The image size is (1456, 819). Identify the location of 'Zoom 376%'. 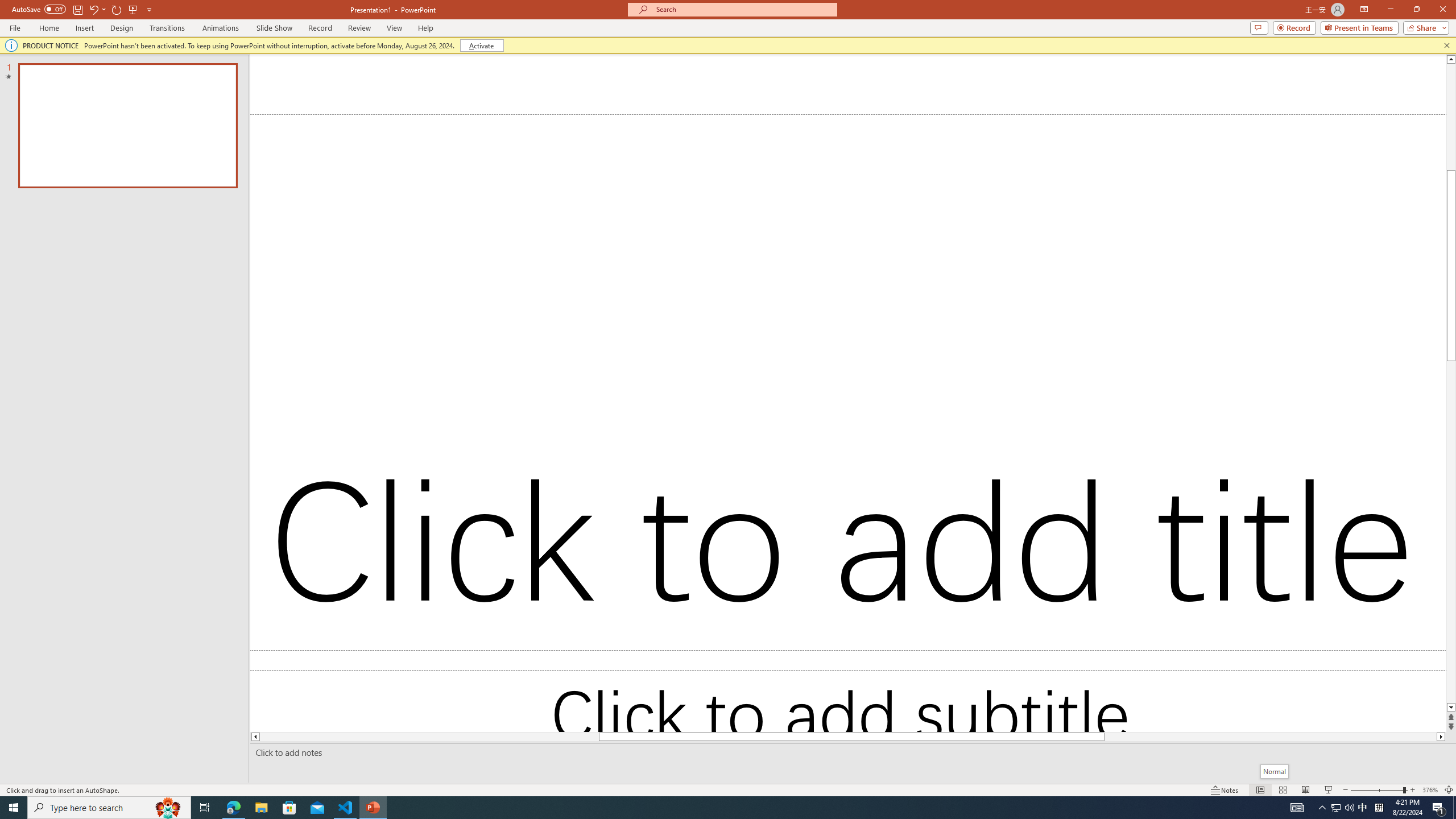
(1430, 790).